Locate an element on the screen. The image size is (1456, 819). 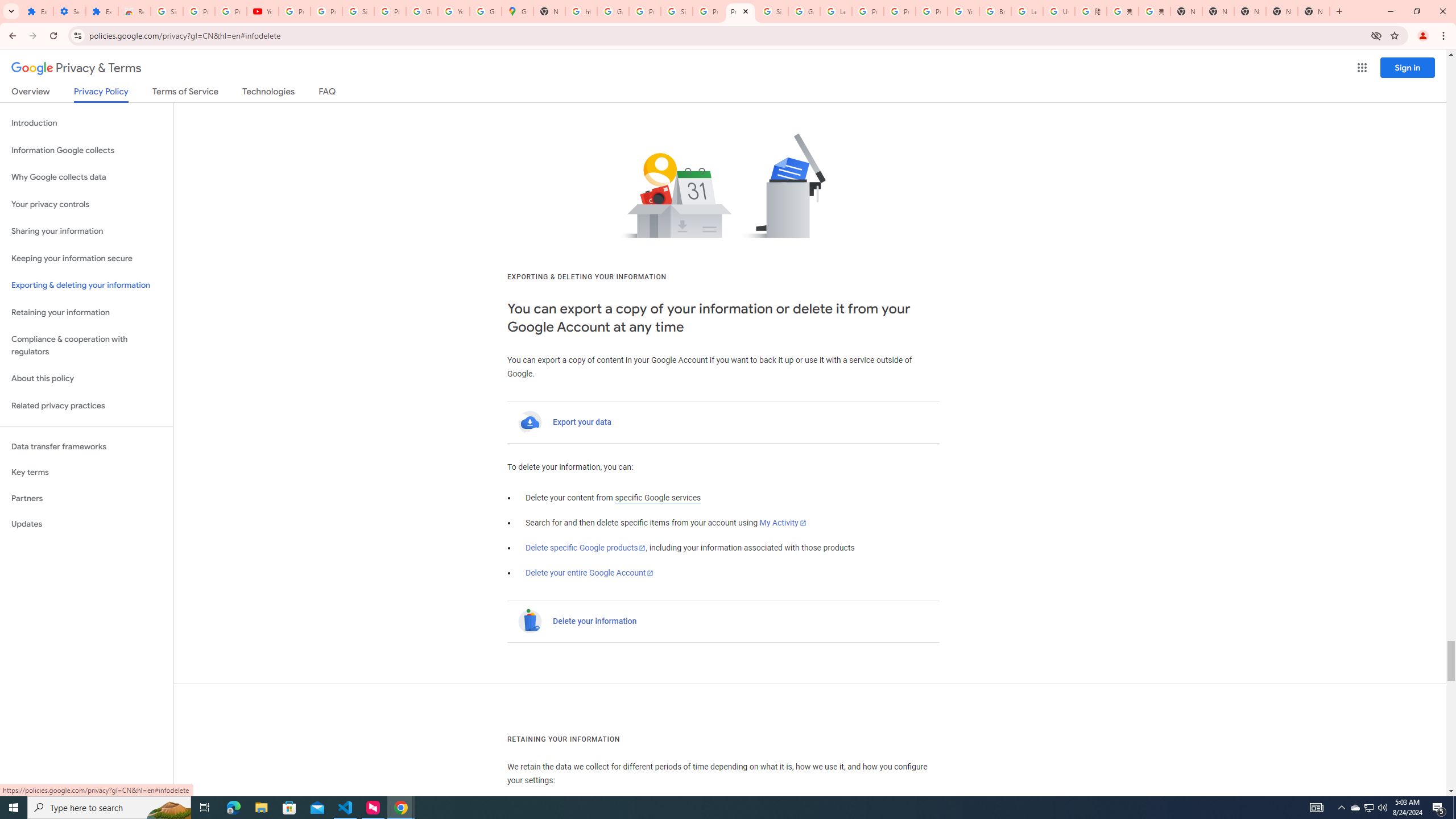
'Information Google collects' is located at coordinates (86, 150).